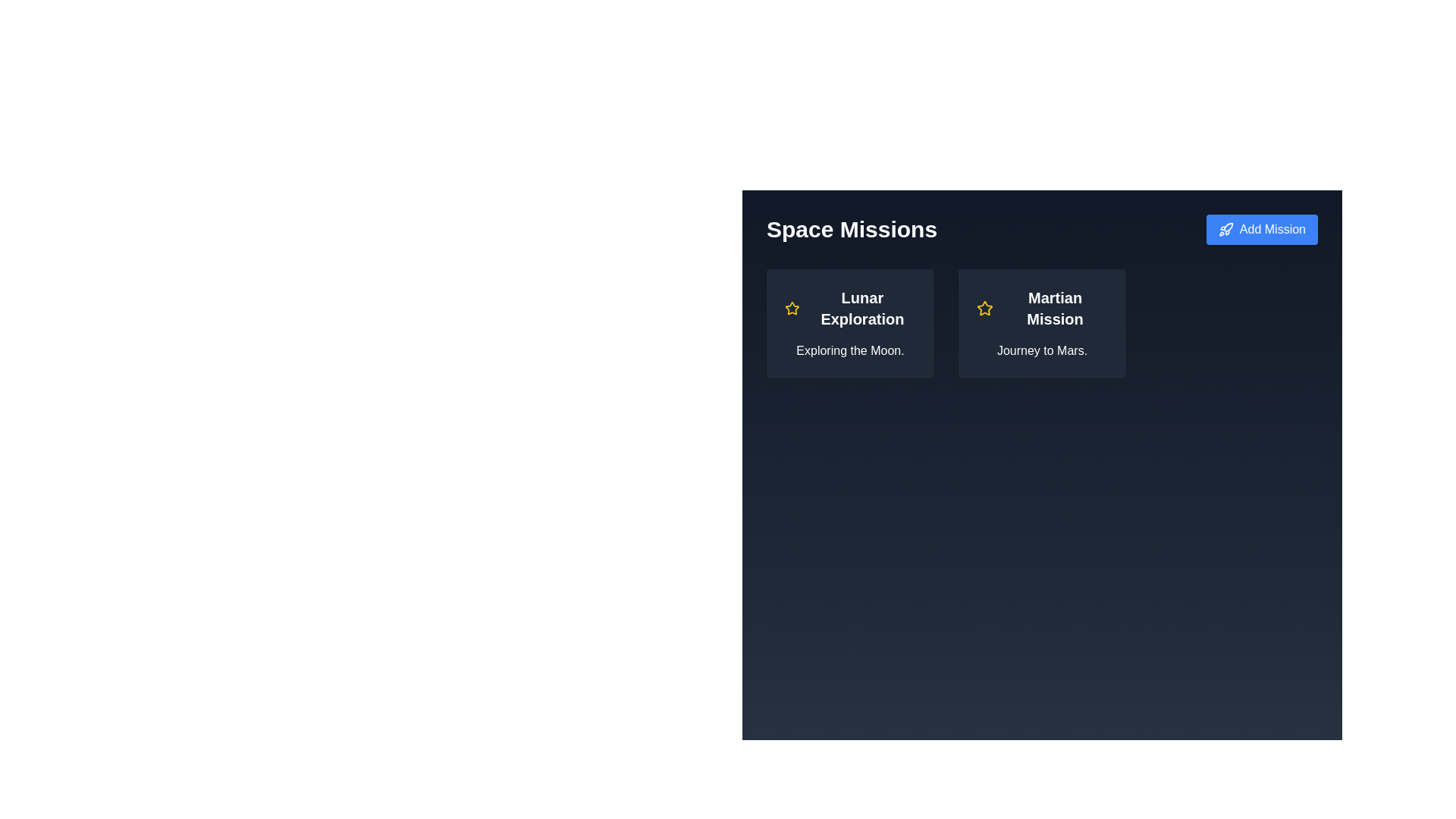 Image resolution: width=1456 pixels, height=819 pixels. I want to click on the status indicator icon, so click(791, 308).